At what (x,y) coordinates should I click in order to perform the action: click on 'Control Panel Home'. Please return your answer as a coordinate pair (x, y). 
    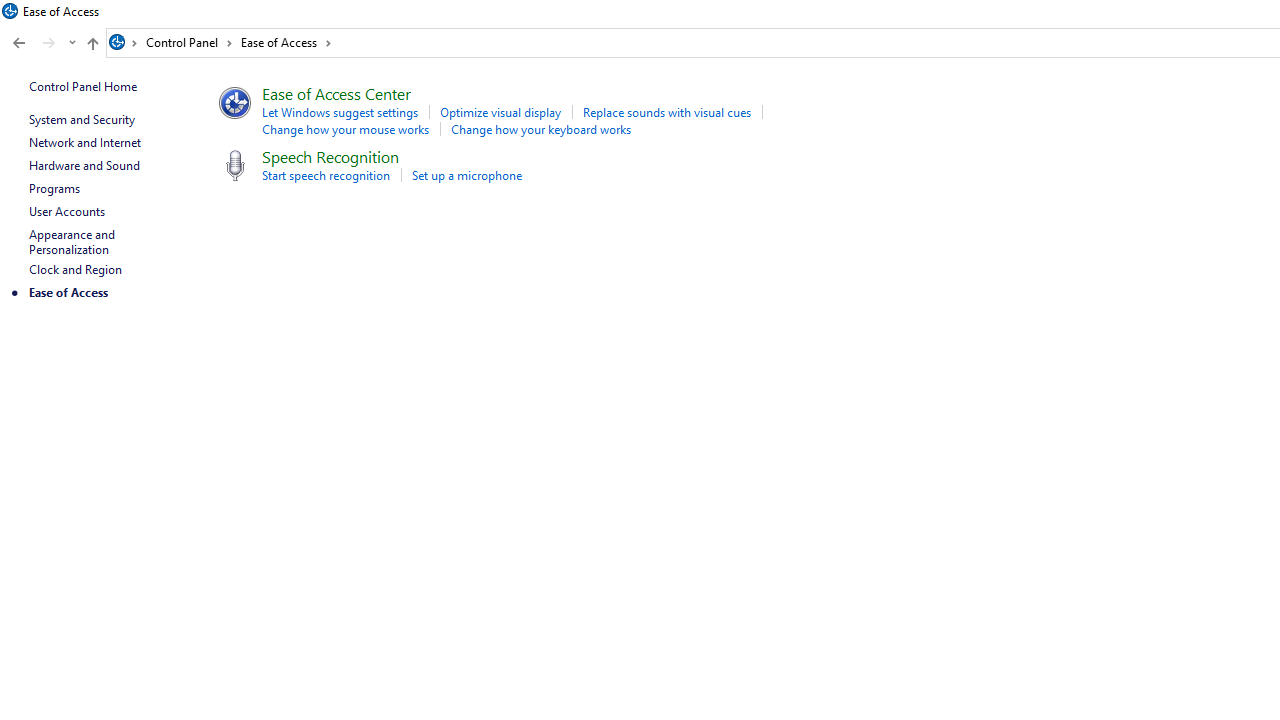
    Looking at the image, I should click on (82, 85).